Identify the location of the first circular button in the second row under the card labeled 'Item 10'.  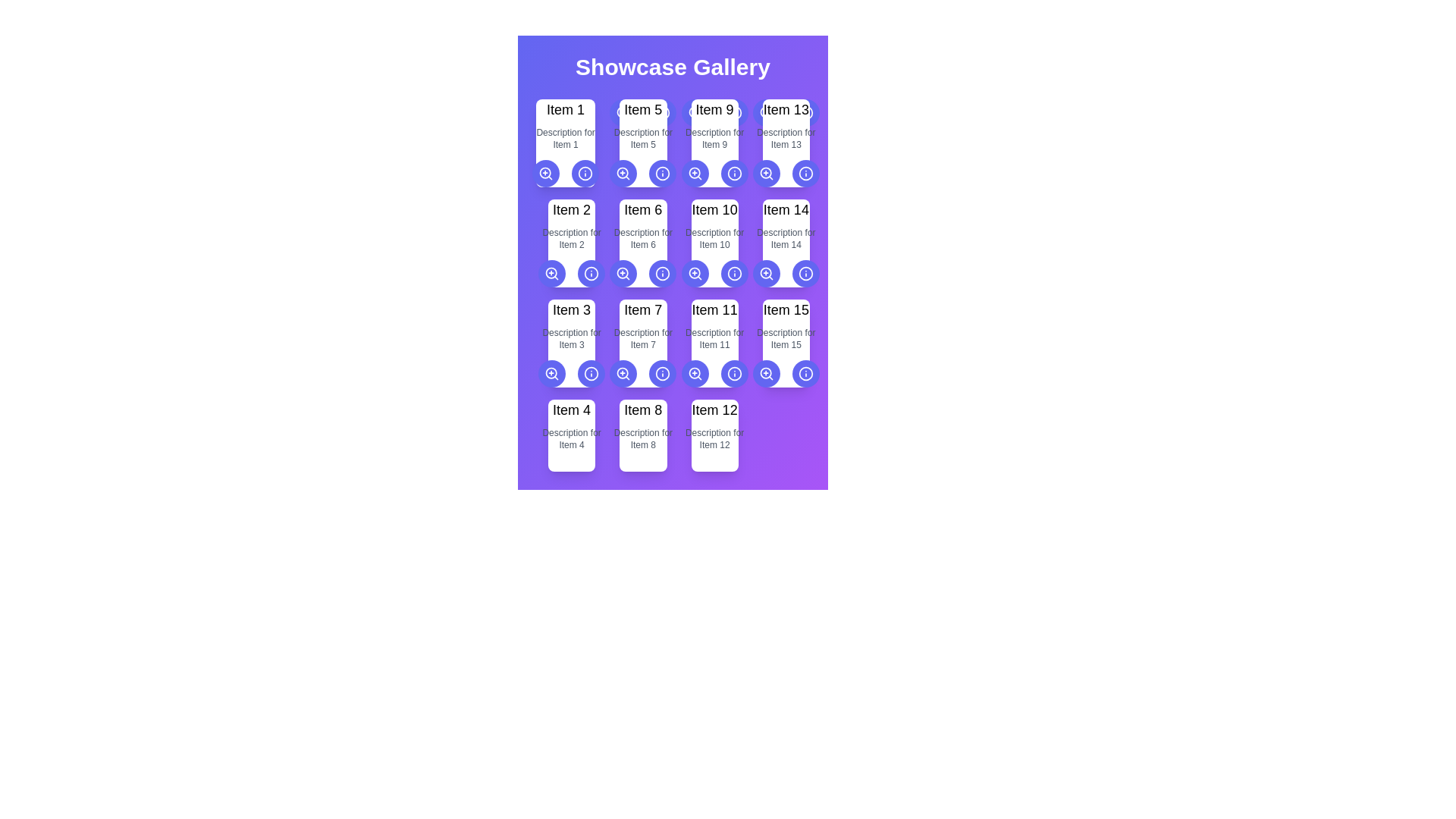
(694, 274).